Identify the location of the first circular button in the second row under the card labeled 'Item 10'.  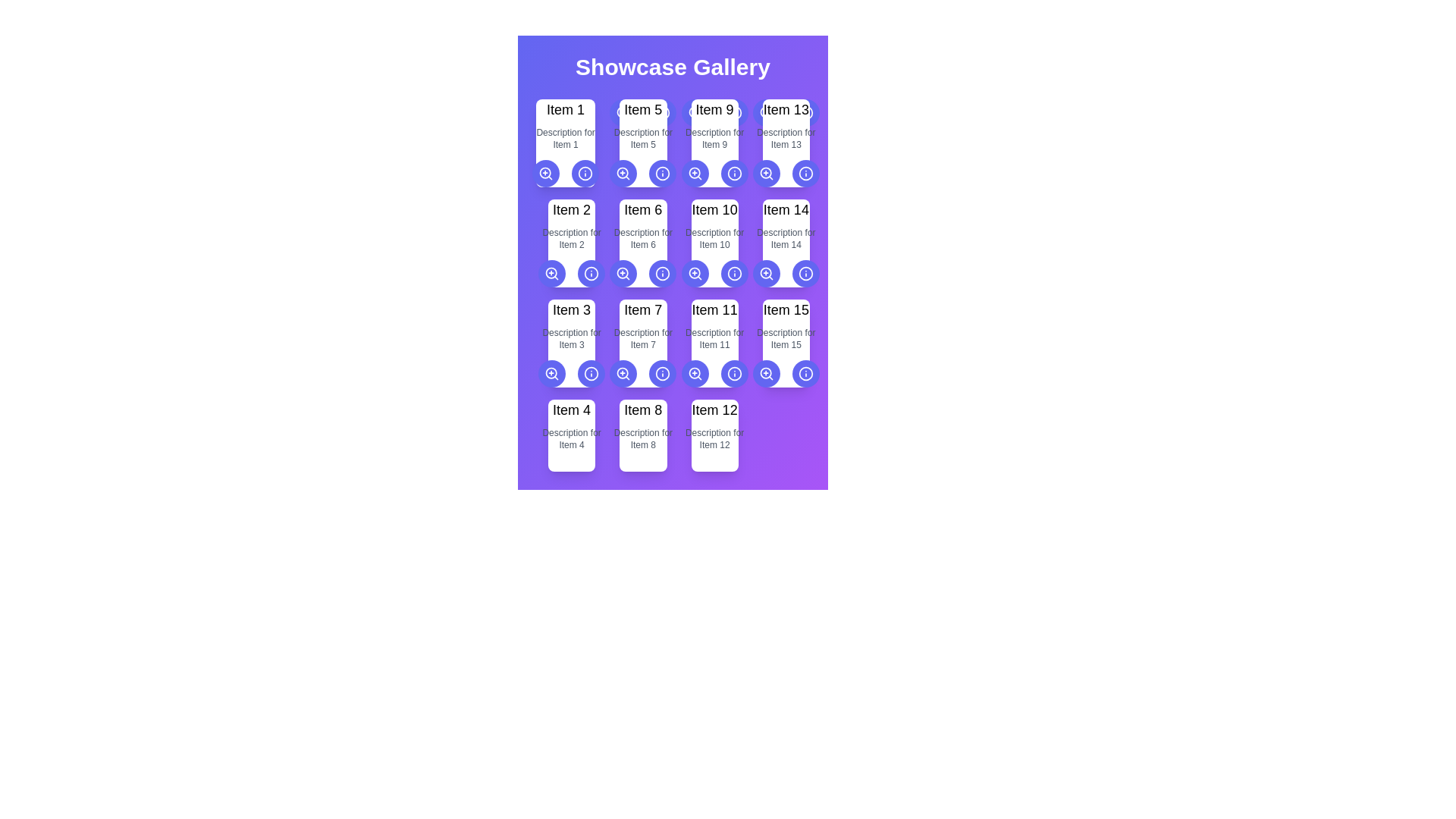
(694, 274).